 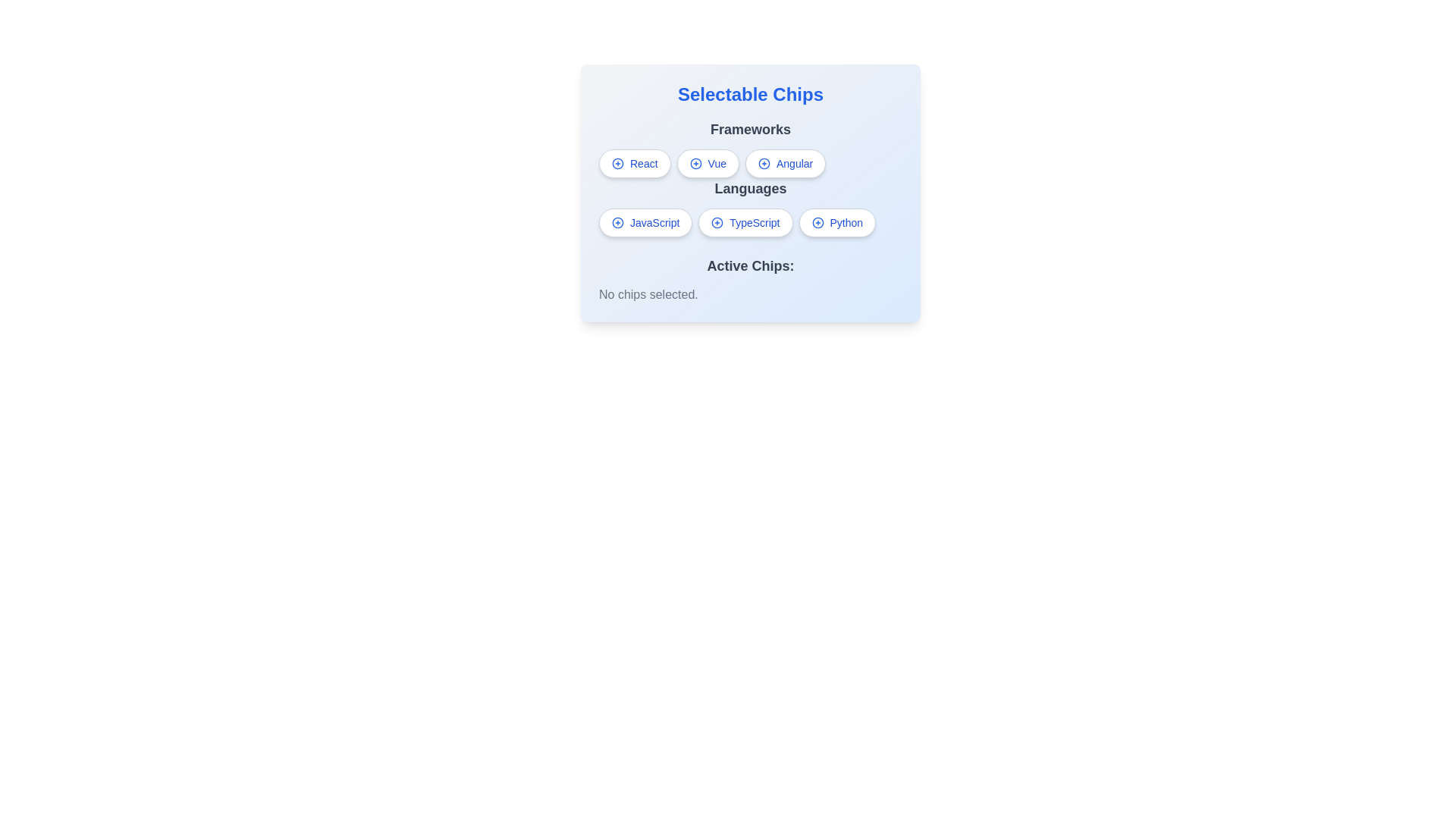 What do you see at coordinates (717, 222) in the screenshot?
I see `the circular shape that enhances the 'TypeScript' chip in the 'Languages' section` at bounding box center [717, 222].